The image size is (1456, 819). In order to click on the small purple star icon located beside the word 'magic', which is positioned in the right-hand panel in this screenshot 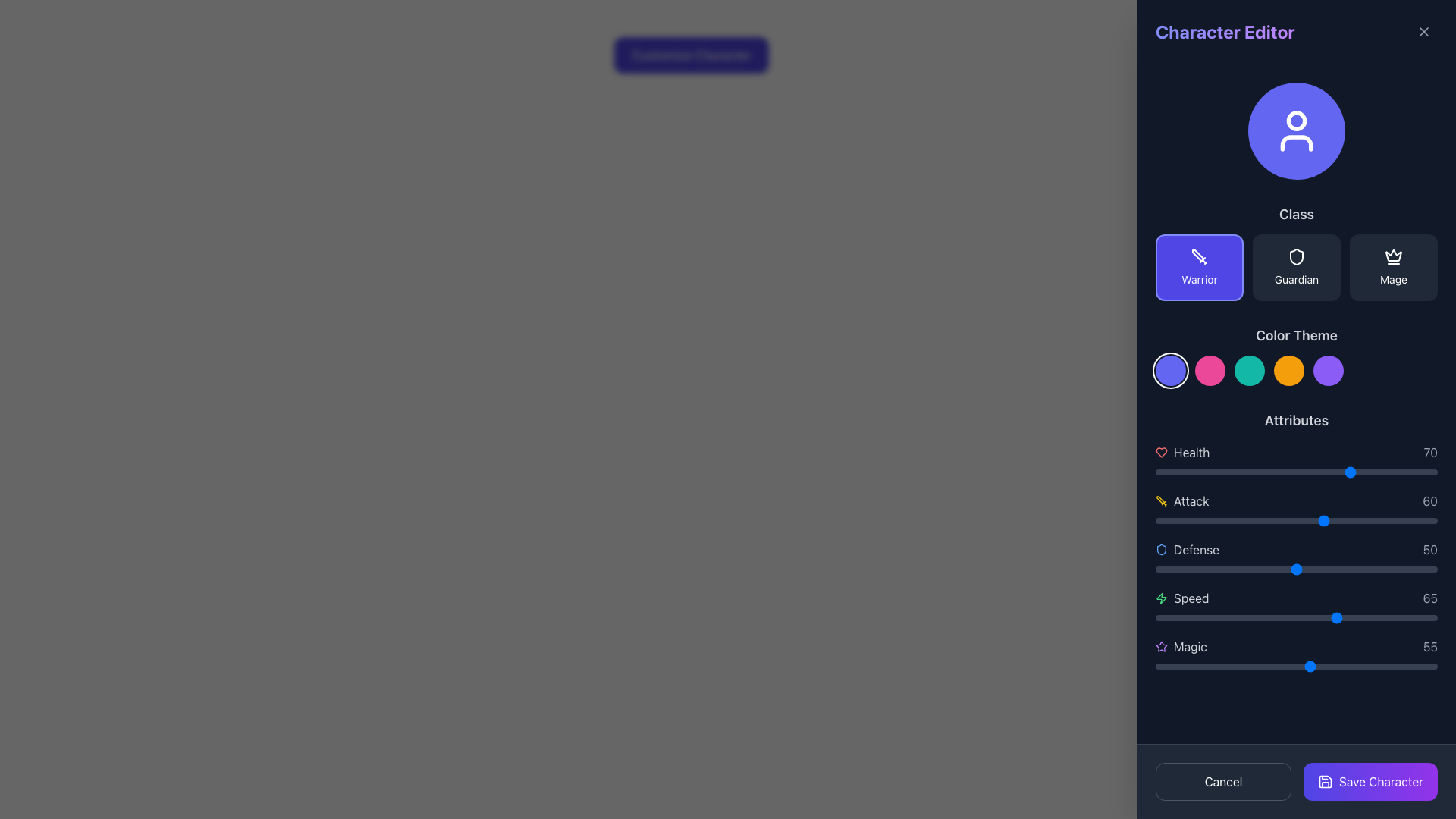, I will do `click(1160, 646)`.